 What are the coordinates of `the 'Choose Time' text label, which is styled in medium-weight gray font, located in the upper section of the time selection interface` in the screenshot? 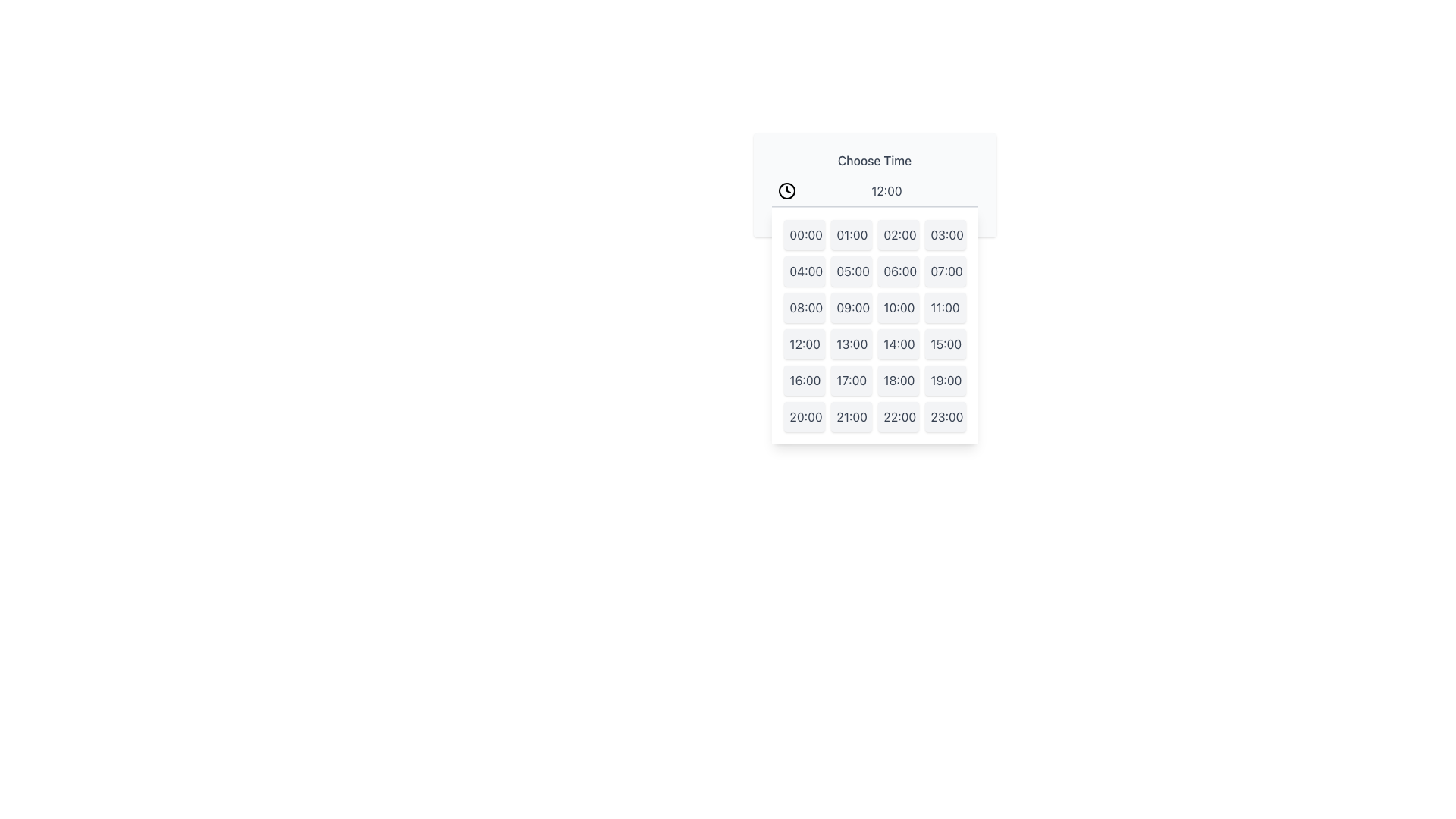 It's located at (874, 161).